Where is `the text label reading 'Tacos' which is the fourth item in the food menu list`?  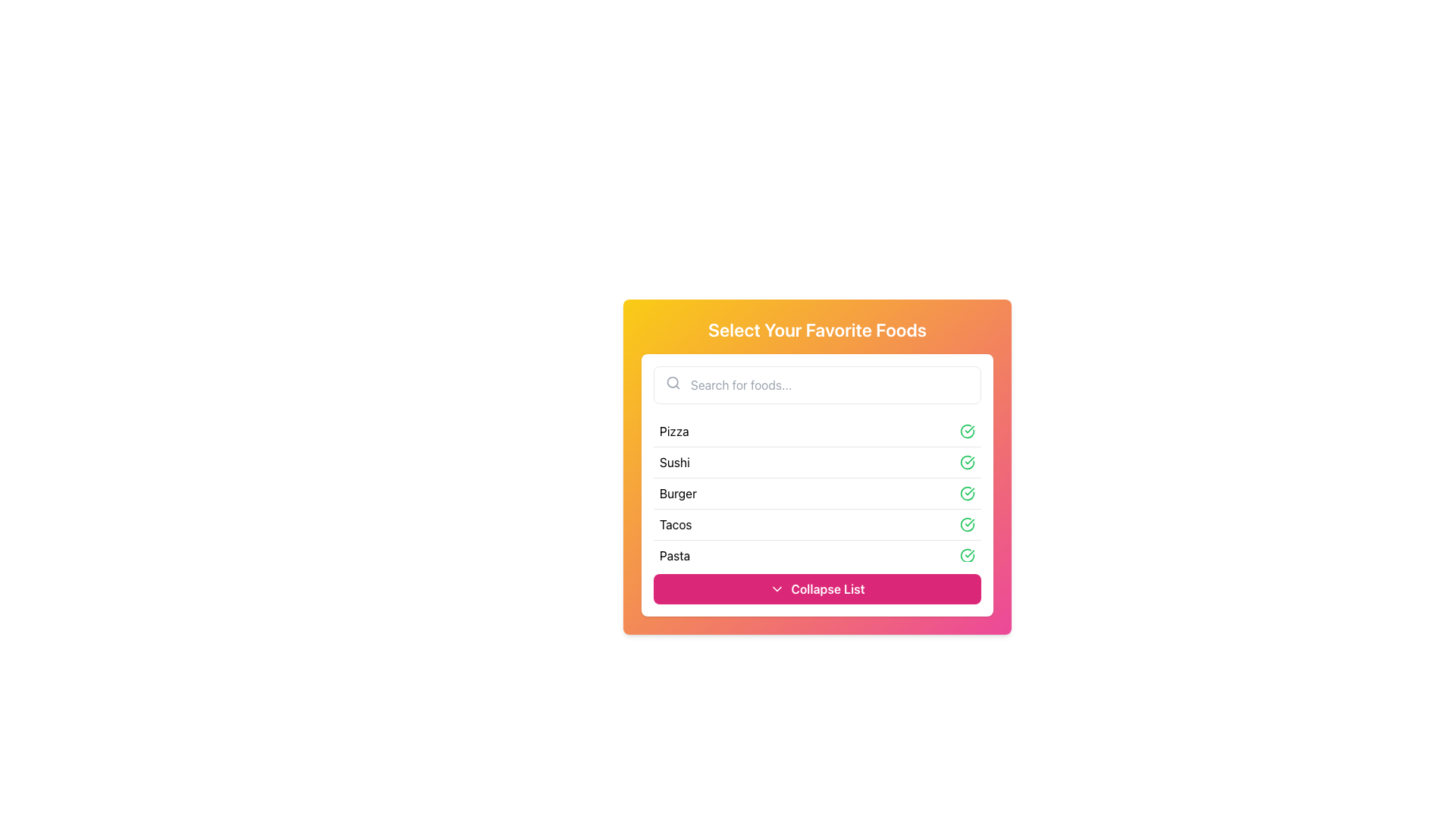 the text label reading 'Tacos' which is the fourth item in the food menu list is located at coordinates (675, 523).